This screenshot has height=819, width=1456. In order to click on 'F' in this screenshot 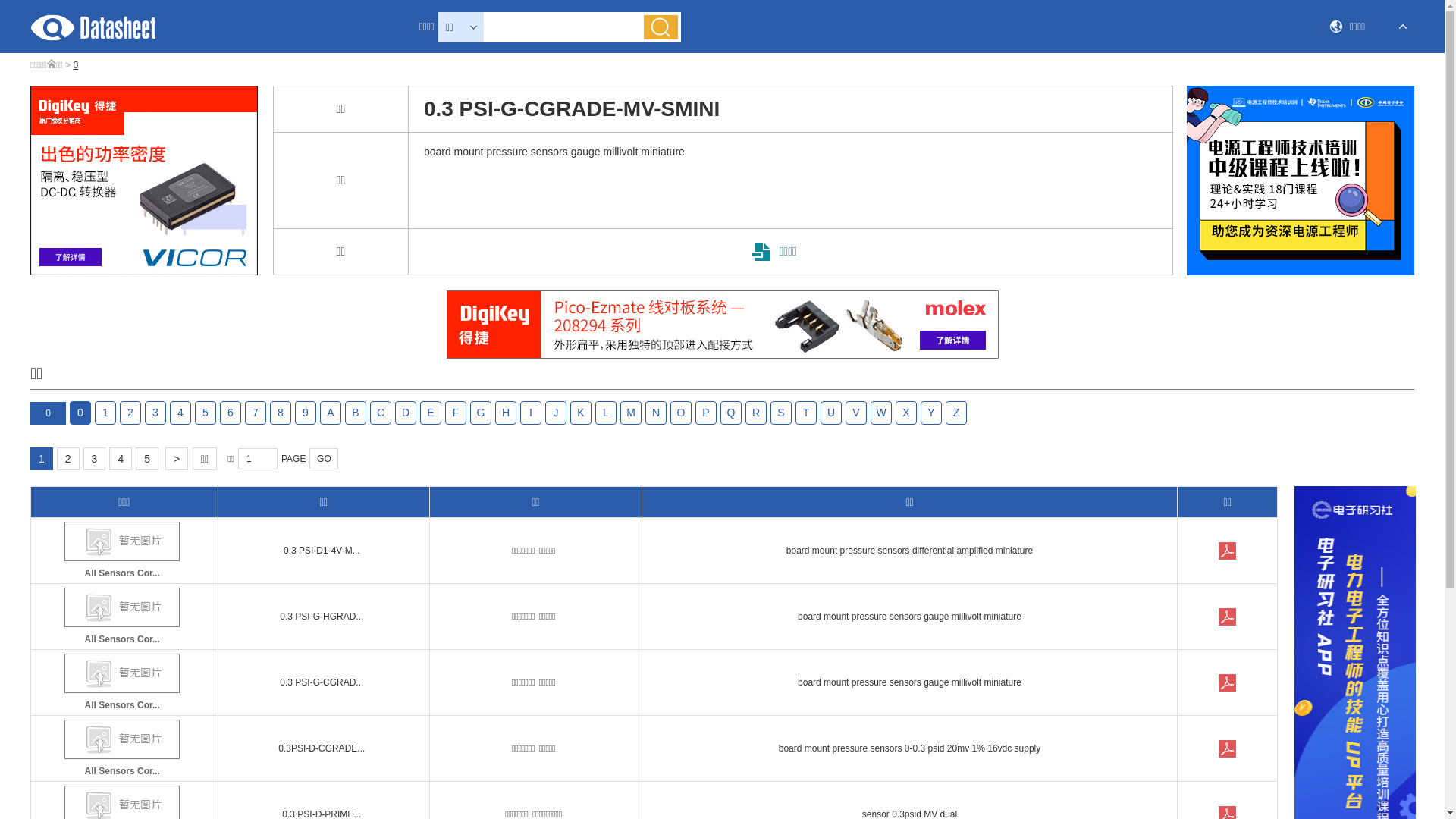, I will do `click(454, 413)`.